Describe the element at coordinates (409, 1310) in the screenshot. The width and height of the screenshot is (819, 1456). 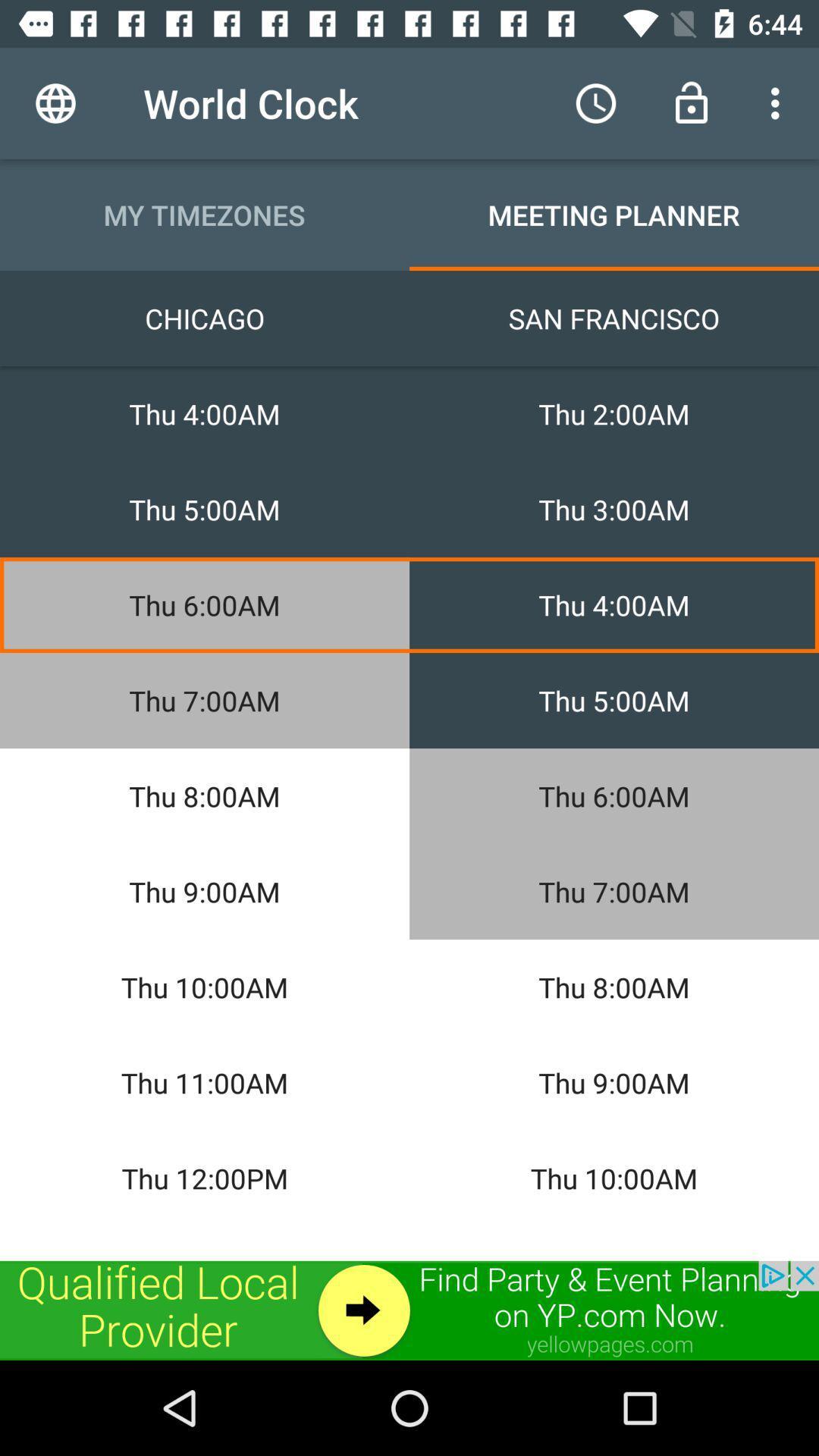
I see `advertisement for event planning on yp.com` at that location.